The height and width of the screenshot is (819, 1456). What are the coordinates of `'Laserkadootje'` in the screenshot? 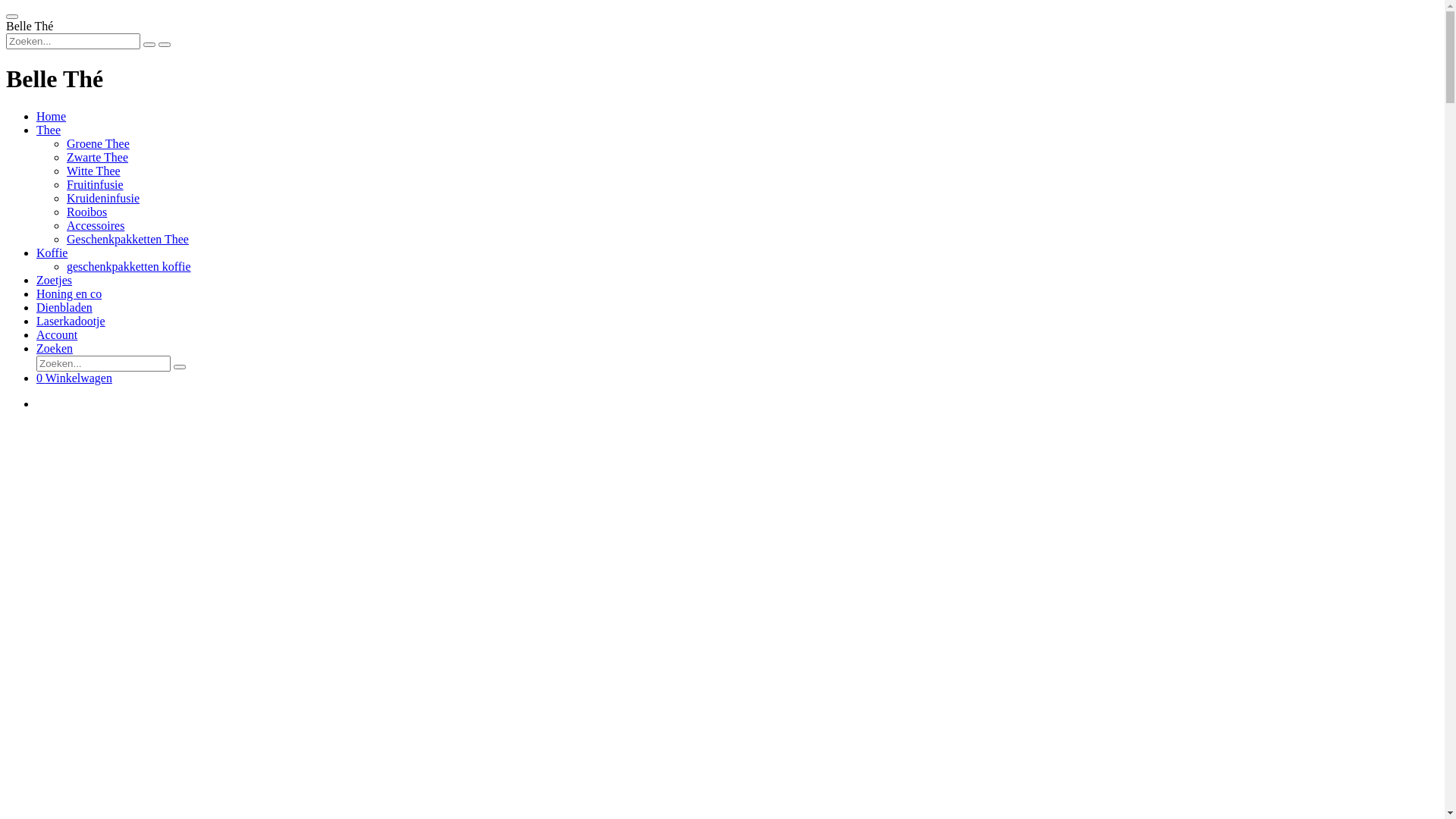 It's located at (70, 320).